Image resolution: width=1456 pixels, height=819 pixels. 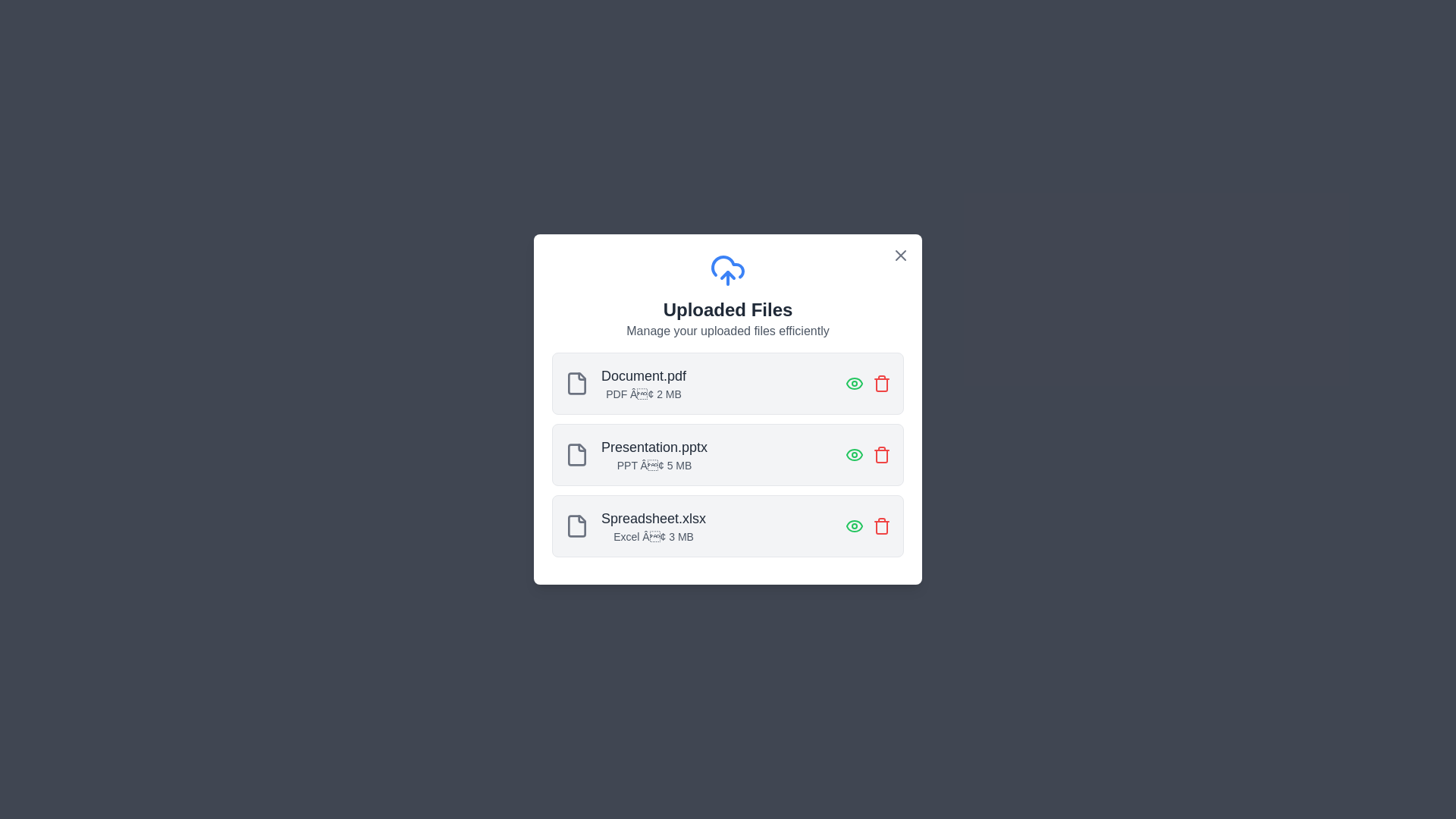 What do you see at coordinates (901, 254) in the screenshot?
I see `the 'X' shape icon inside the close button of the 'Uploaded Files' modal dialog, which is located in the top-right corner of the panel` at bounding box center [901, 254].